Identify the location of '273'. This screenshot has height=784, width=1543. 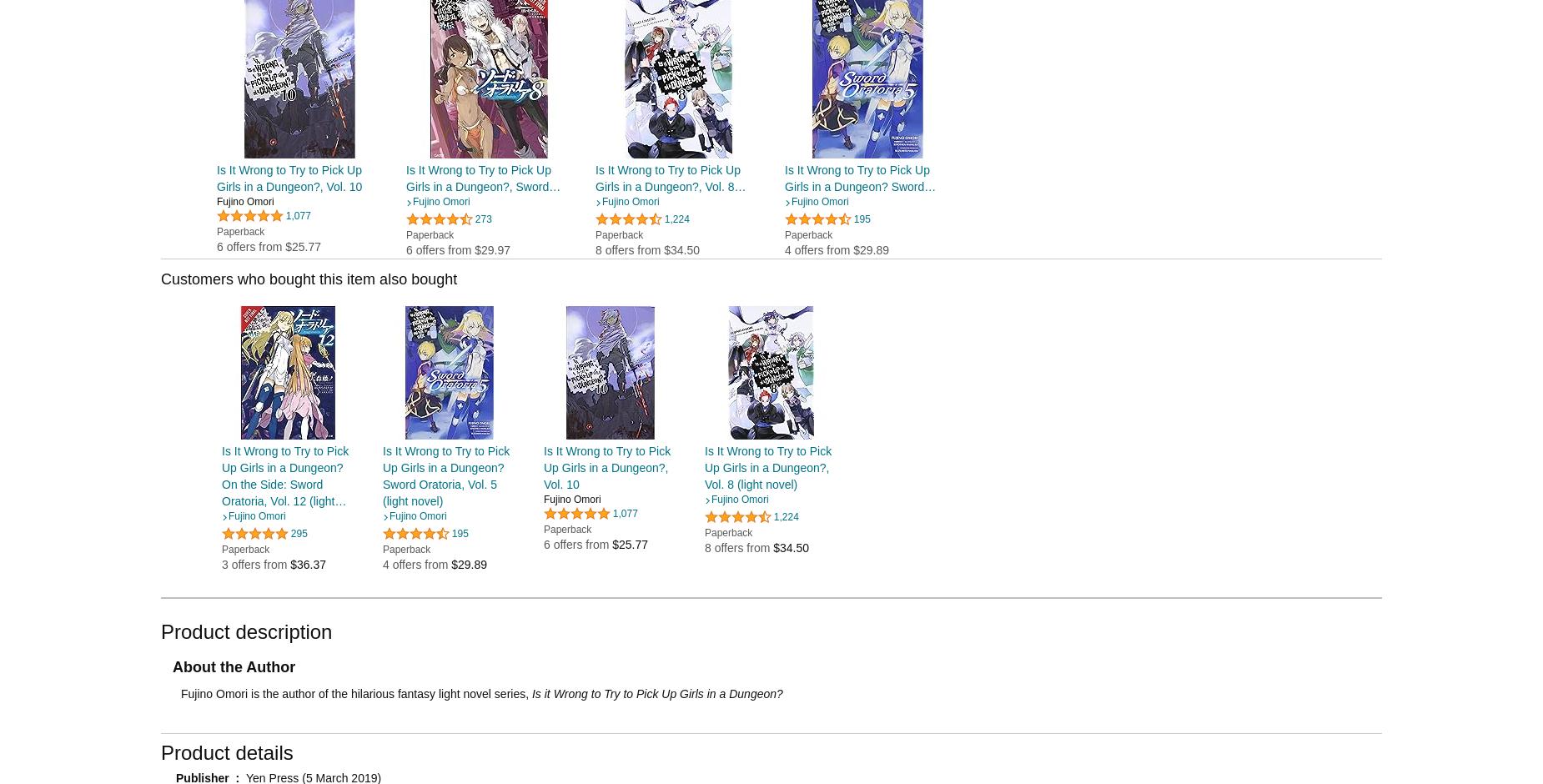
(483, 218).